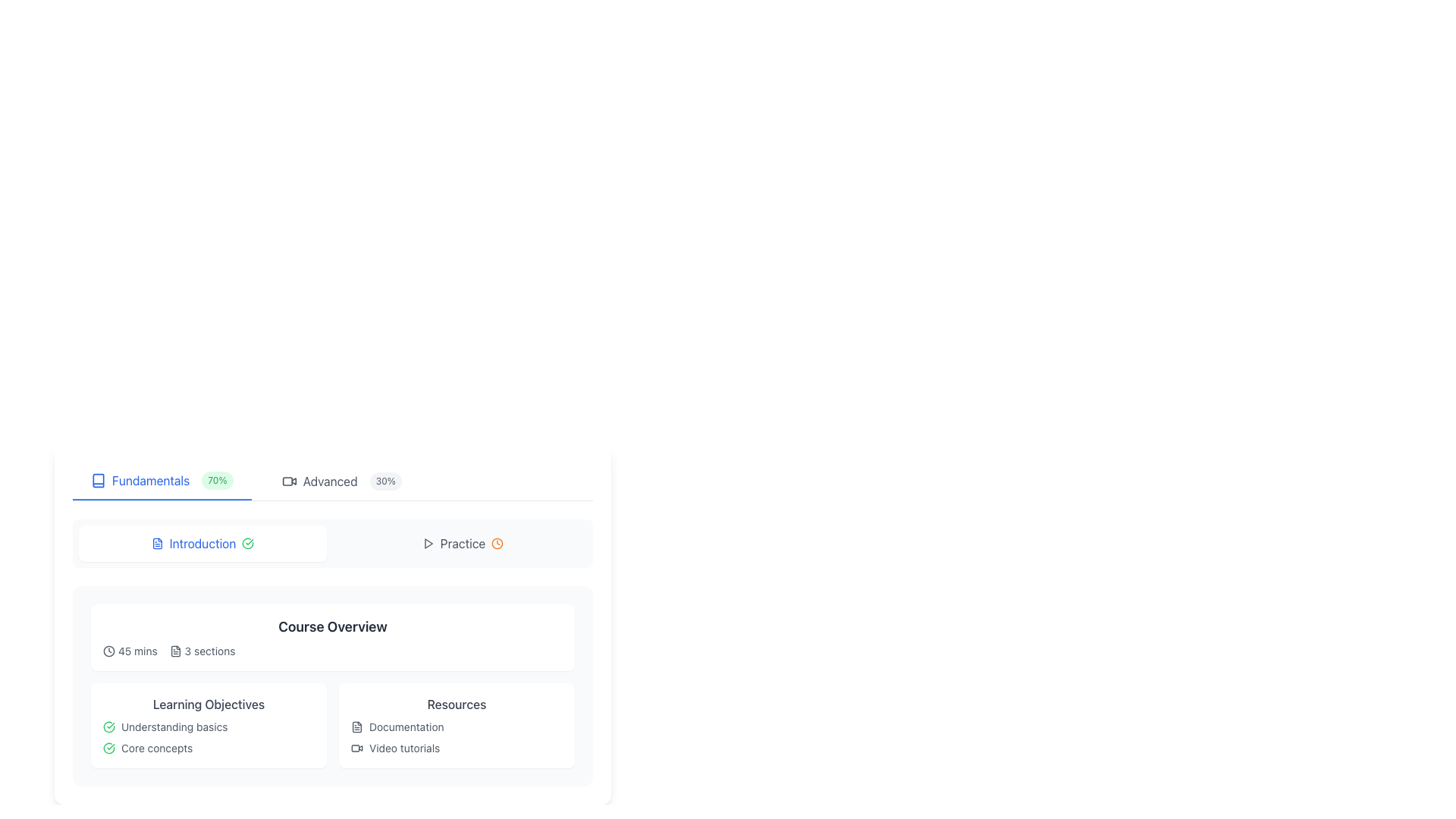 This screenshot has height=819, width=1456. I want to click on an item in the grid layout that contains 'Learning Objectives' on the left and 'Resources' on the right, located below the 'Course Overview' section, so click(331, 724).